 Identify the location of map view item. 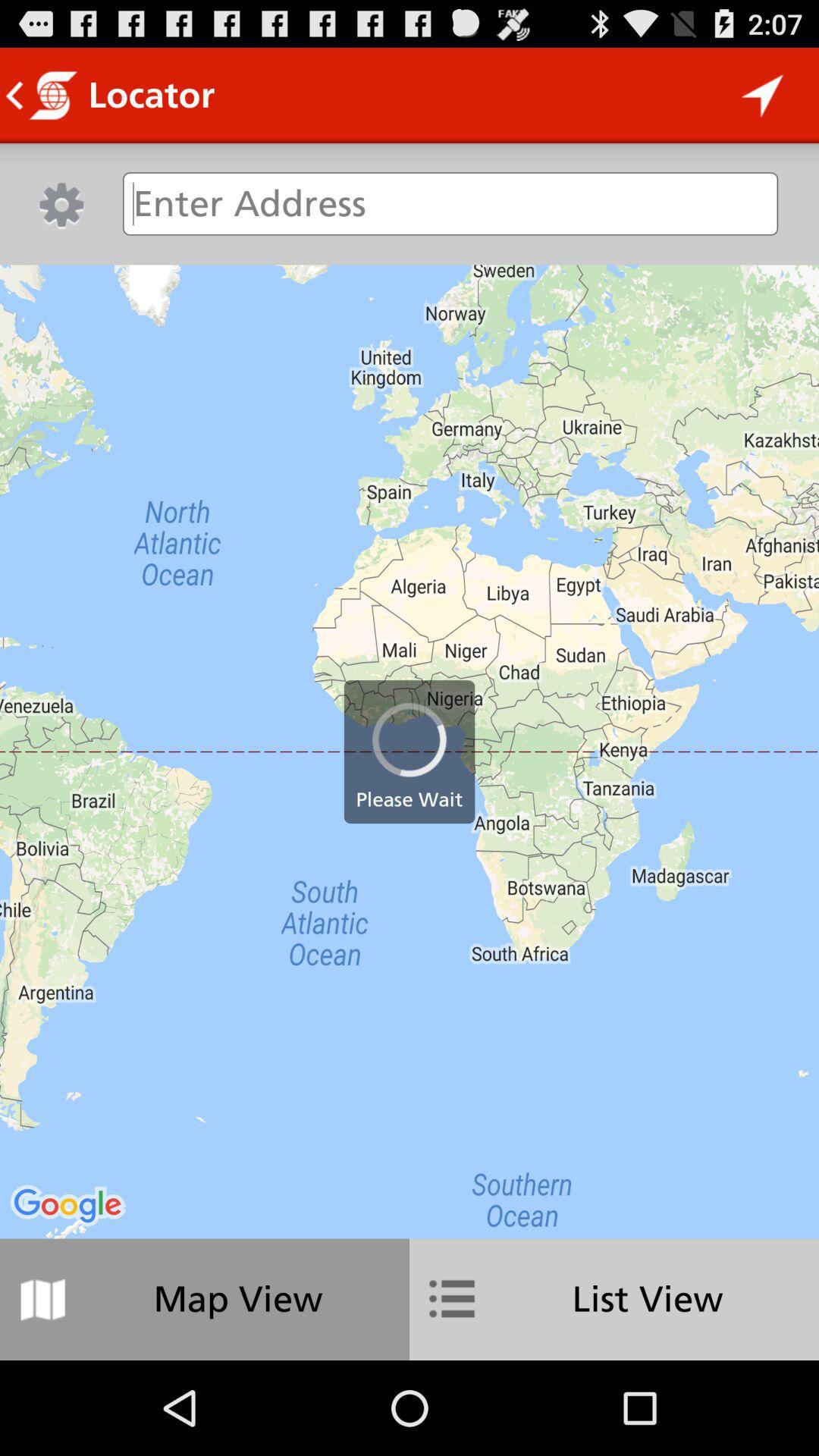
(205, 1298).